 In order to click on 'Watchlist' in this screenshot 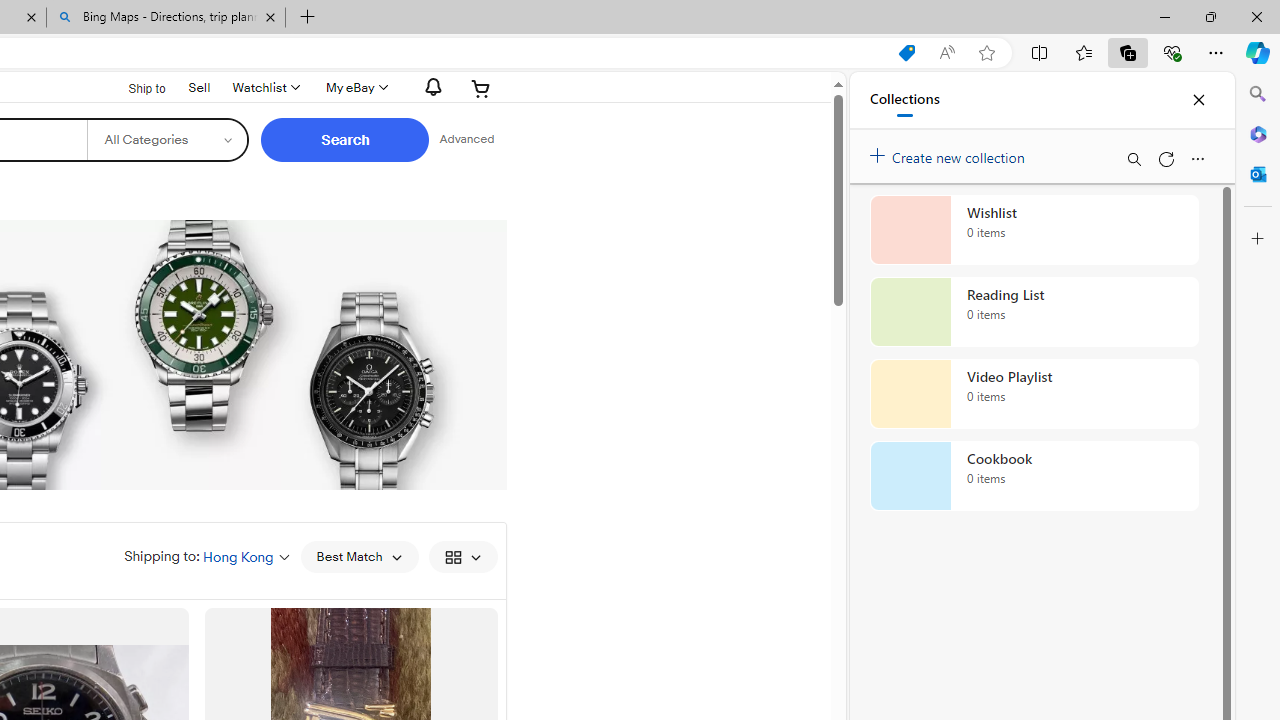, I will do `click(263, 87)`.